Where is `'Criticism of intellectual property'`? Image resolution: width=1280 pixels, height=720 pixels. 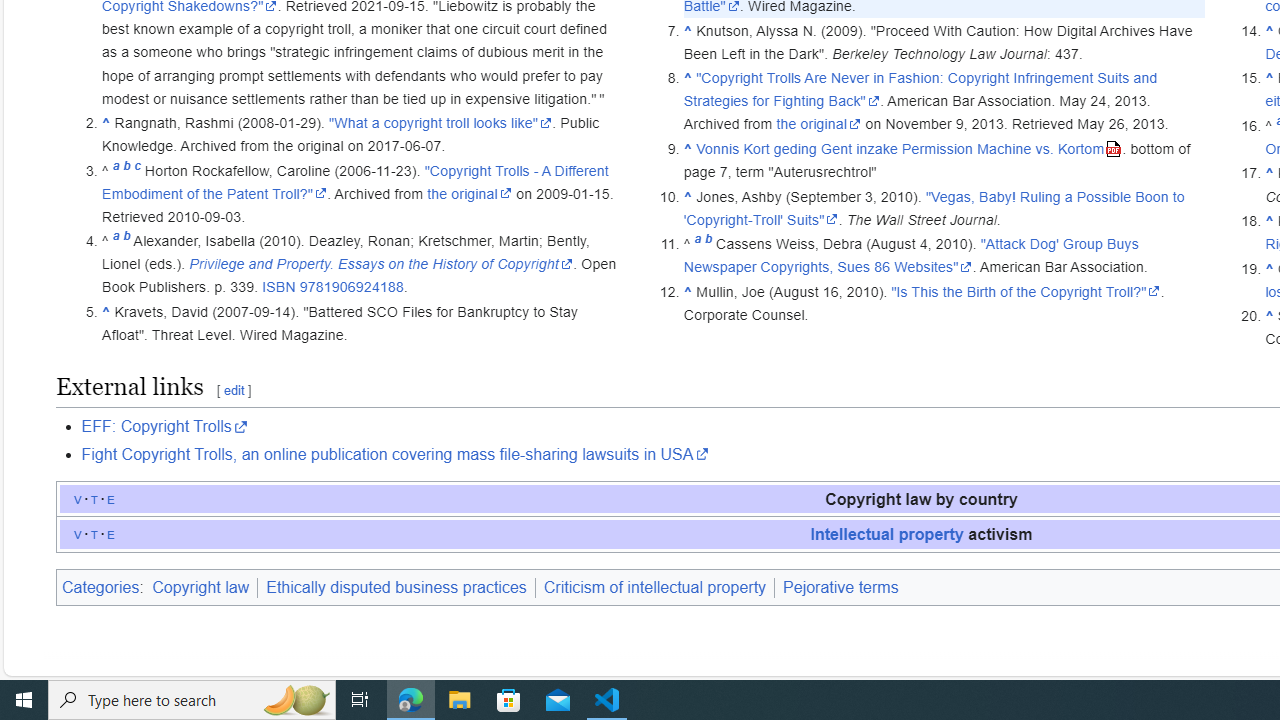
'Criticism of intellectual property' is located at coordinates (654, 586).